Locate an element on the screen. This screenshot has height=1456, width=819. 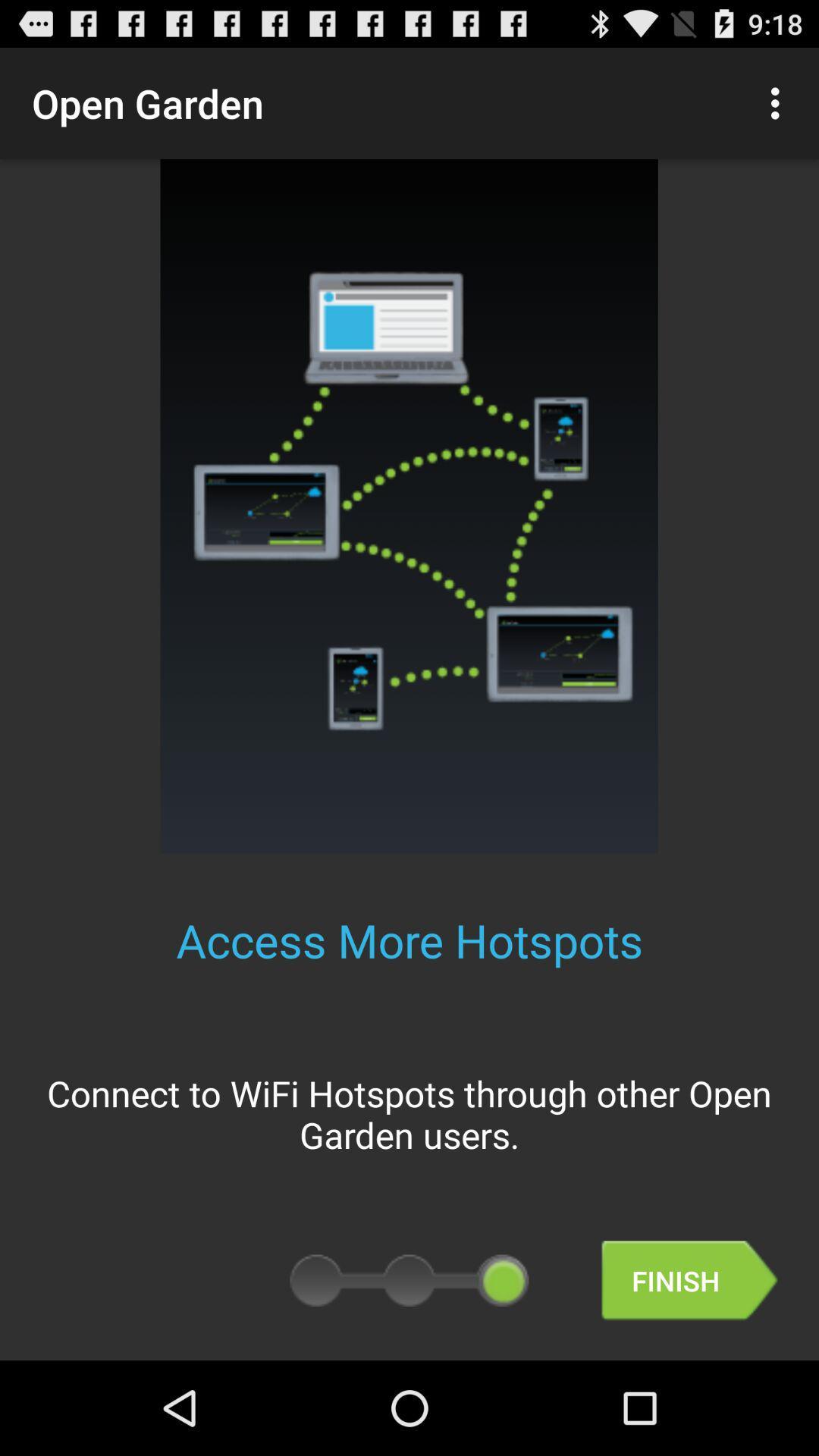
icon below the connect to wifi app is located at coordinates (689, 1280).